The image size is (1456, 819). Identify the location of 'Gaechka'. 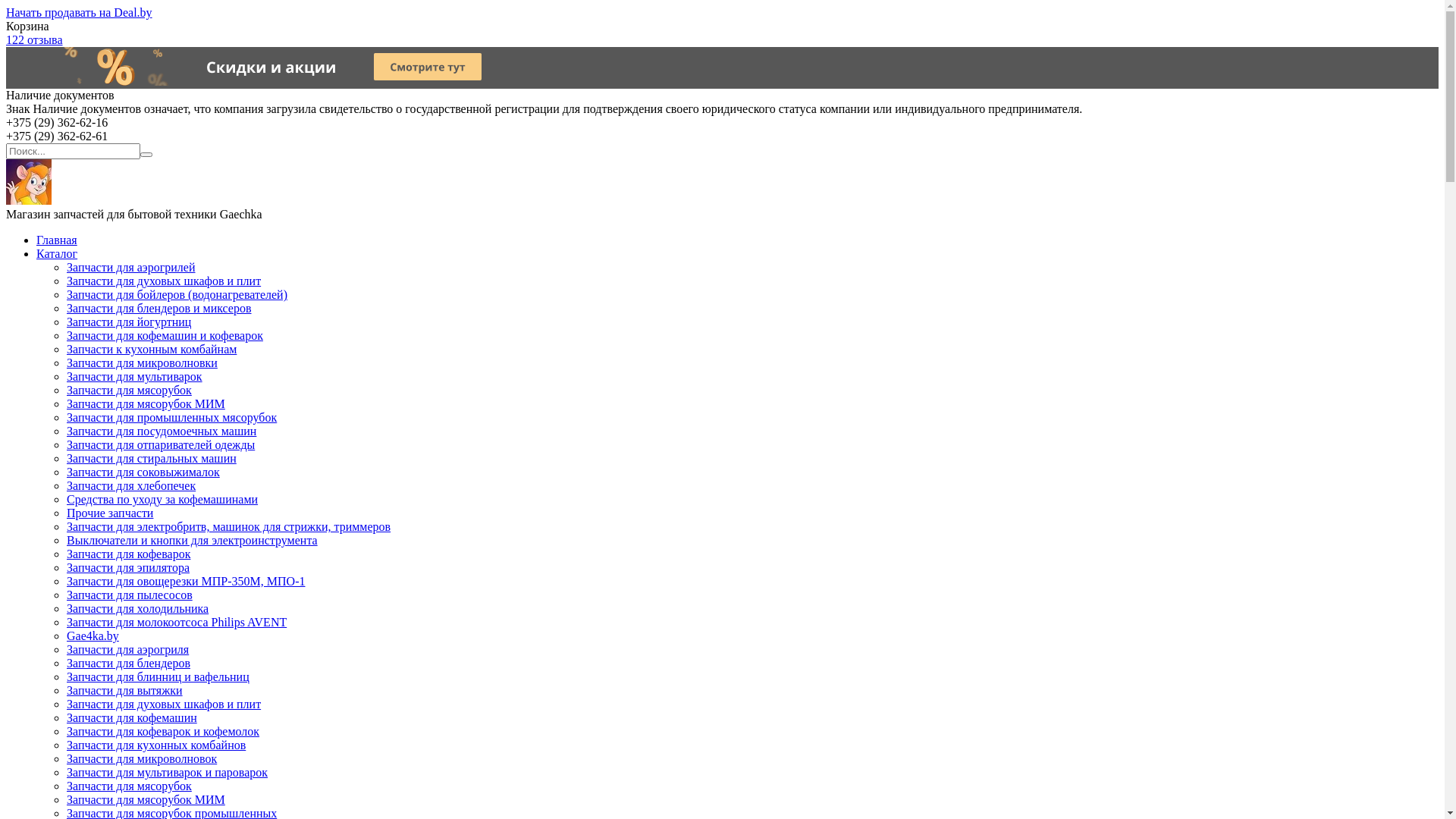
(6, 199).